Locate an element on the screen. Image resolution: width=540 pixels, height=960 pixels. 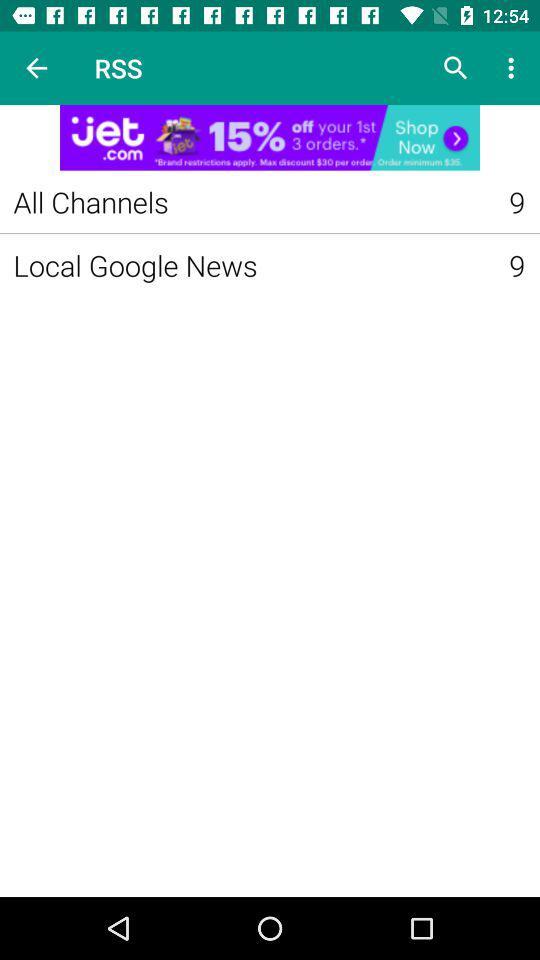
what to search is located at coordinates (455, 68).